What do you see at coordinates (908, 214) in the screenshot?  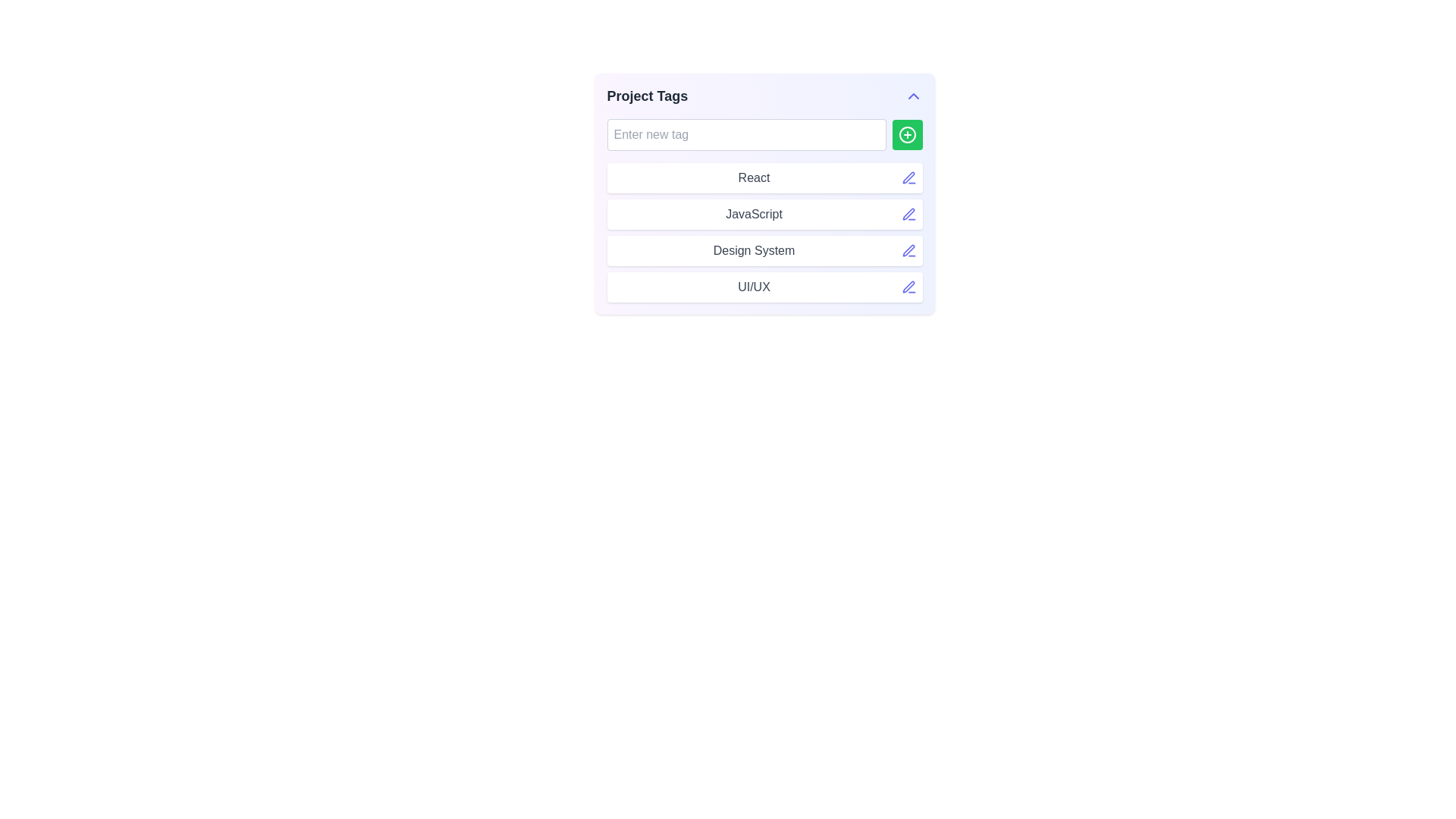 I see `the icon button located to the right of the 'JavaScript' text in the second row of the tag list` at bounding box center [908, 214].